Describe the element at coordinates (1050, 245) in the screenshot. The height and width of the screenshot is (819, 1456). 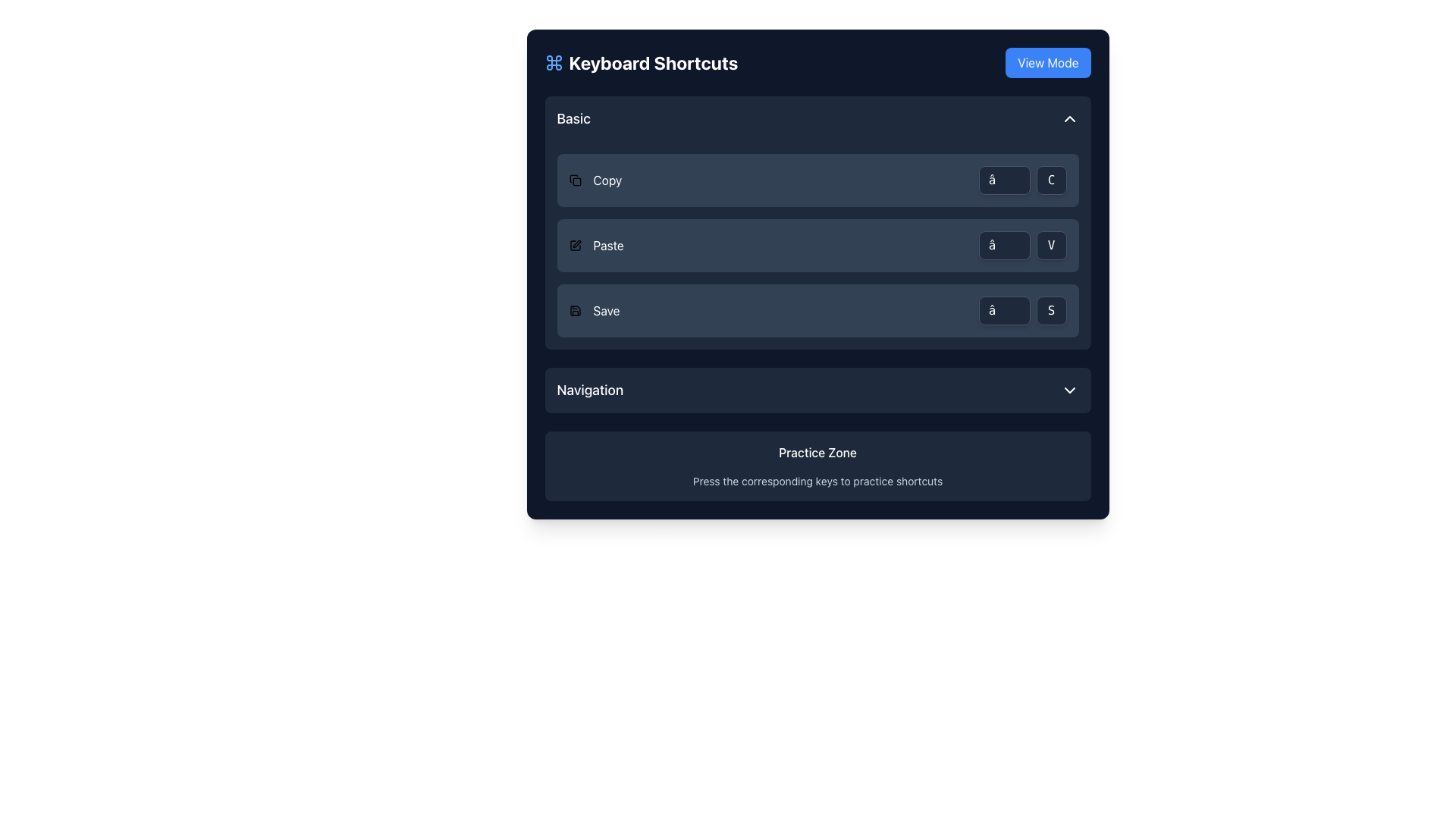
I see `the button representing the 'V' key on the keyboard, which is located to the right of the '⌘' button within the keyboard shortcuts list under the 'Paste' action` at that location.